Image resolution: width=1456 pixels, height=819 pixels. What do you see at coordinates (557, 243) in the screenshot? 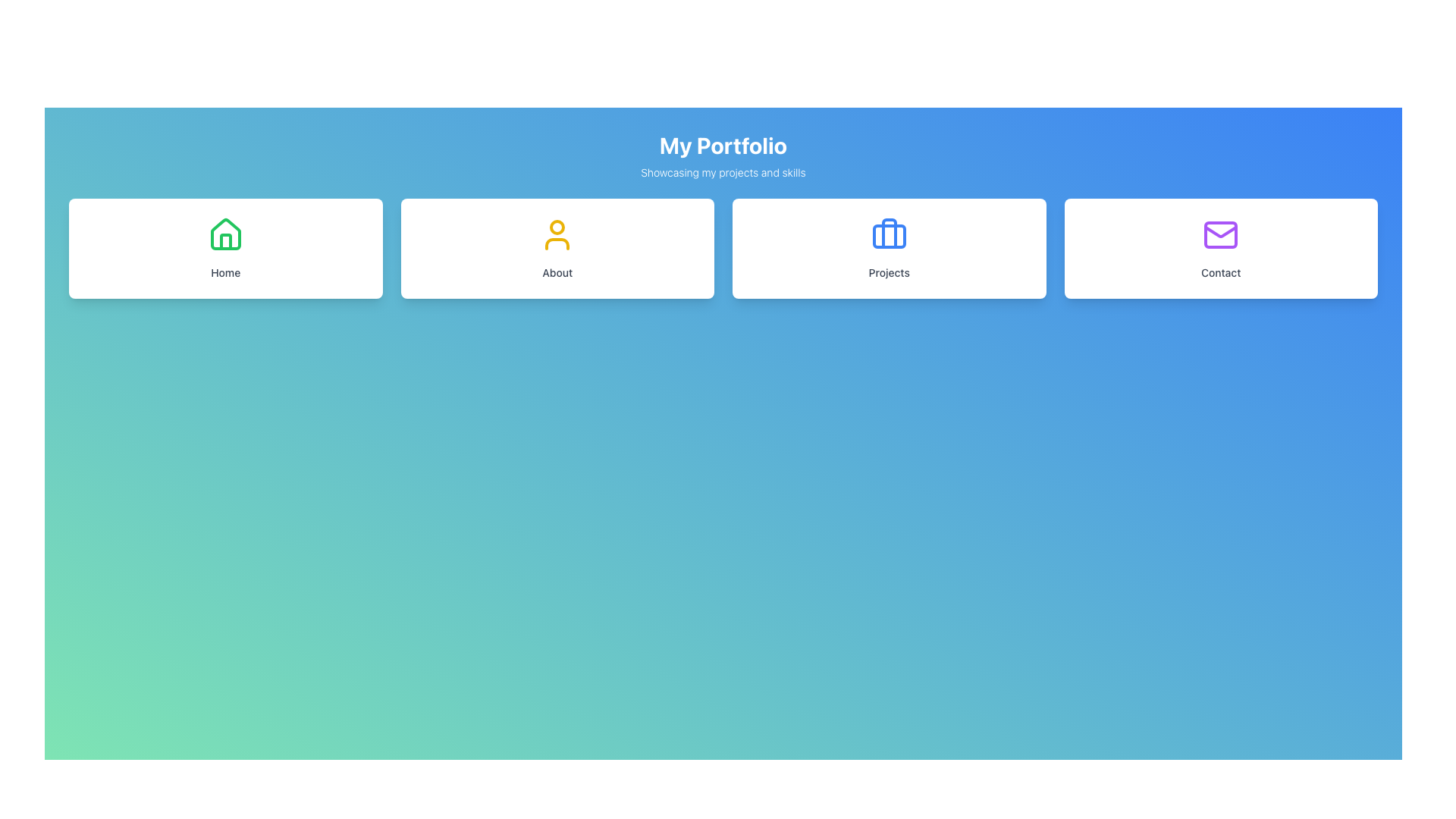
I see `the yellow SVG profile icon located in the lower section of the 'About' card, which is the second card from the left in a series of four cards under the 'My Portfolio' header` at bounding box center [557, 243].